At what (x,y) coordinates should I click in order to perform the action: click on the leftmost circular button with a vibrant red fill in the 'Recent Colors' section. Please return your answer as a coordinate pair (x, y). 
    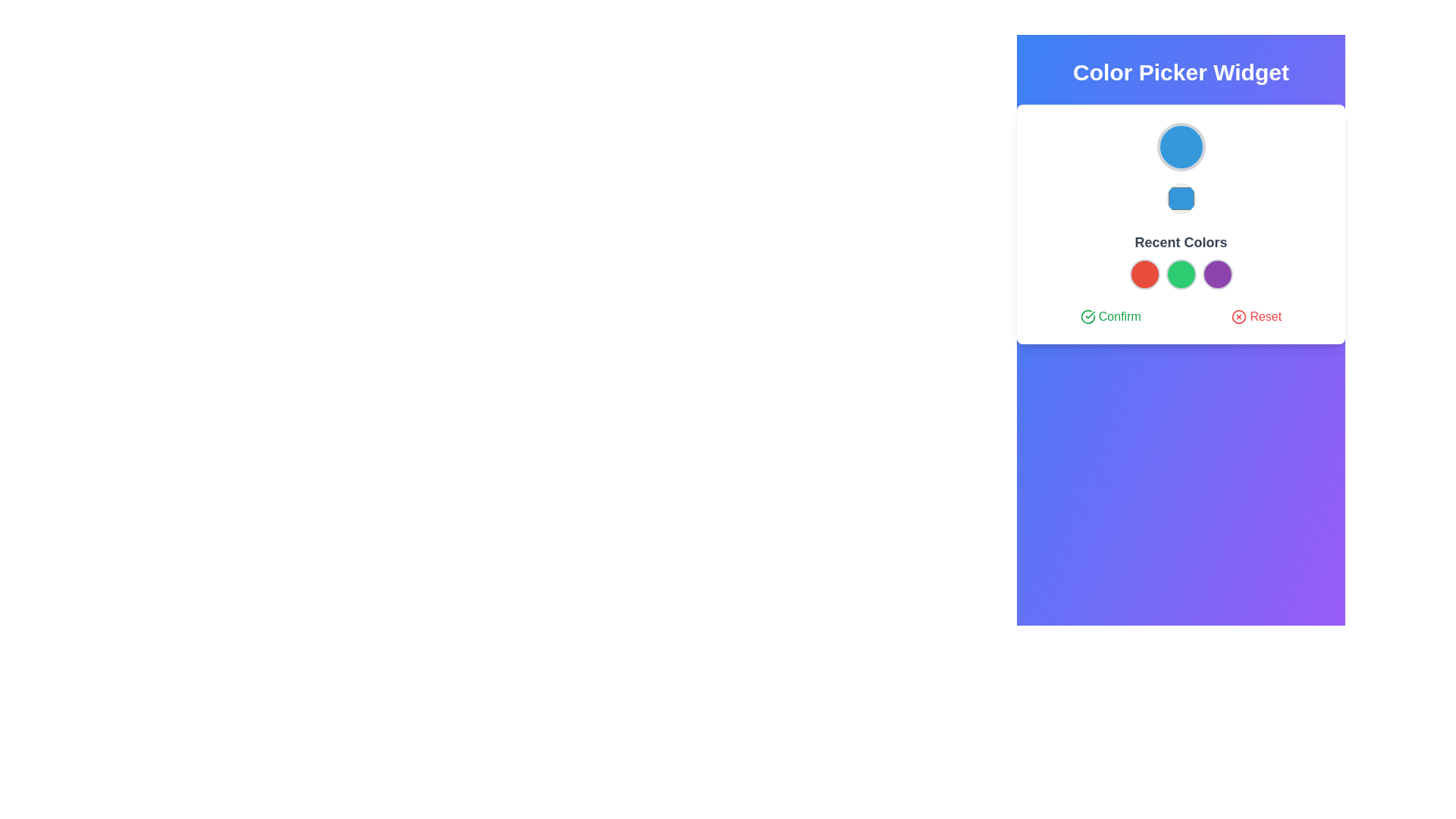
    Looking at the image, I should click on (1144, 275).